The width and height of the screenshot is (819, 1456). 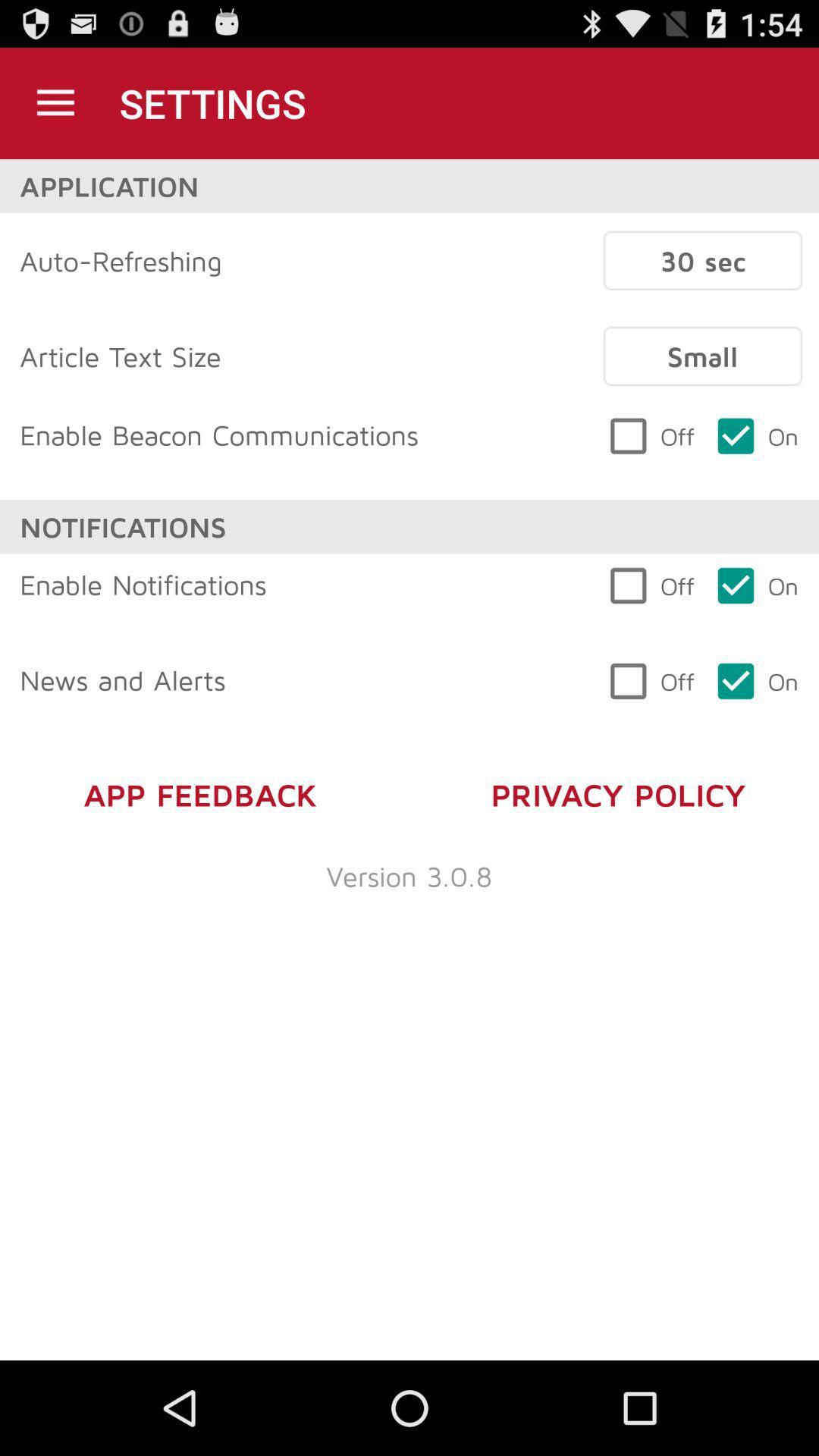 What do you see at coordinates (55, 102) in the screenshot?
I see `item to the left of the settings` at bounding box center [55, 102].